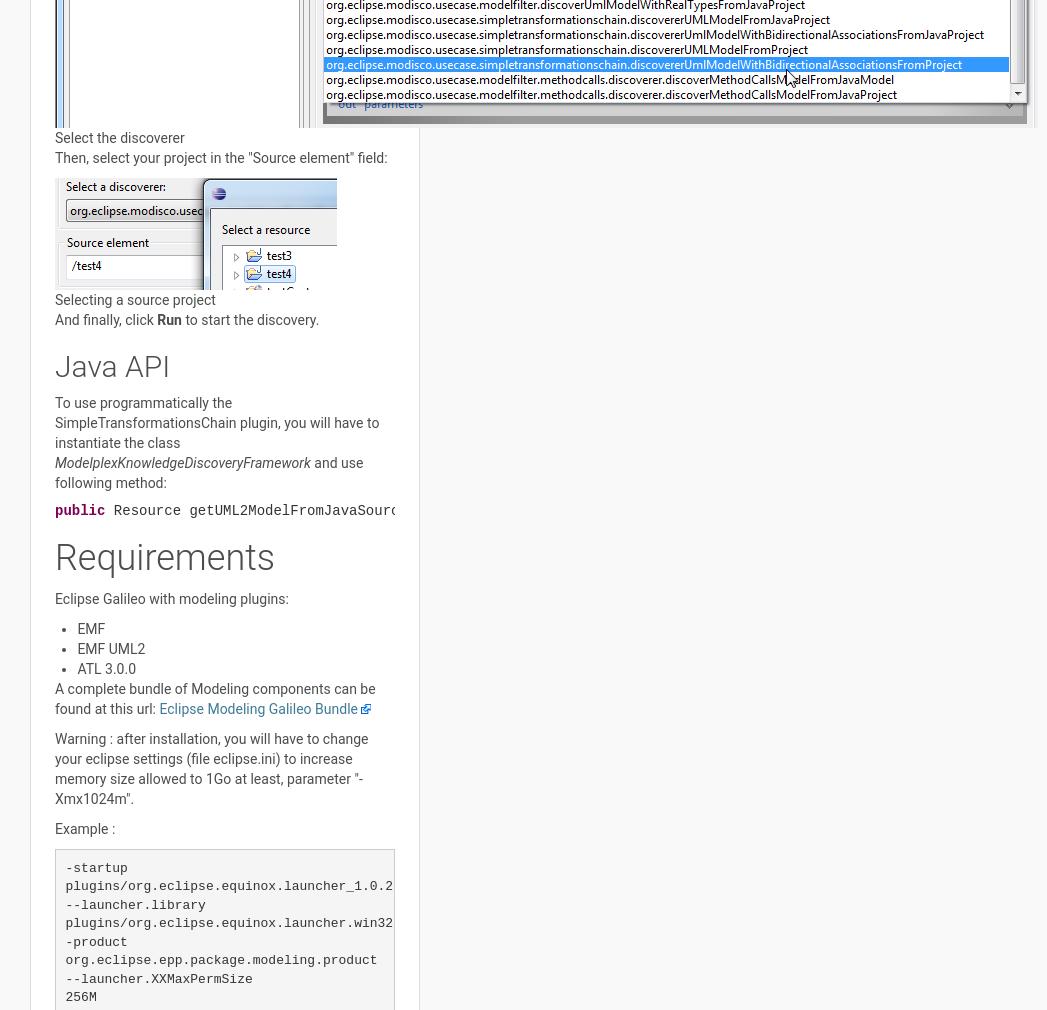  What do you see at coordinates (54, 769) in the screenshot?
I see `'Warning : after installation, you will have to change your eclipse settings (file eclipse.ini) to increase memory size allowed to 1Go at least, parameter "-Xmx1024m".'` at bounding box center [54, 769].